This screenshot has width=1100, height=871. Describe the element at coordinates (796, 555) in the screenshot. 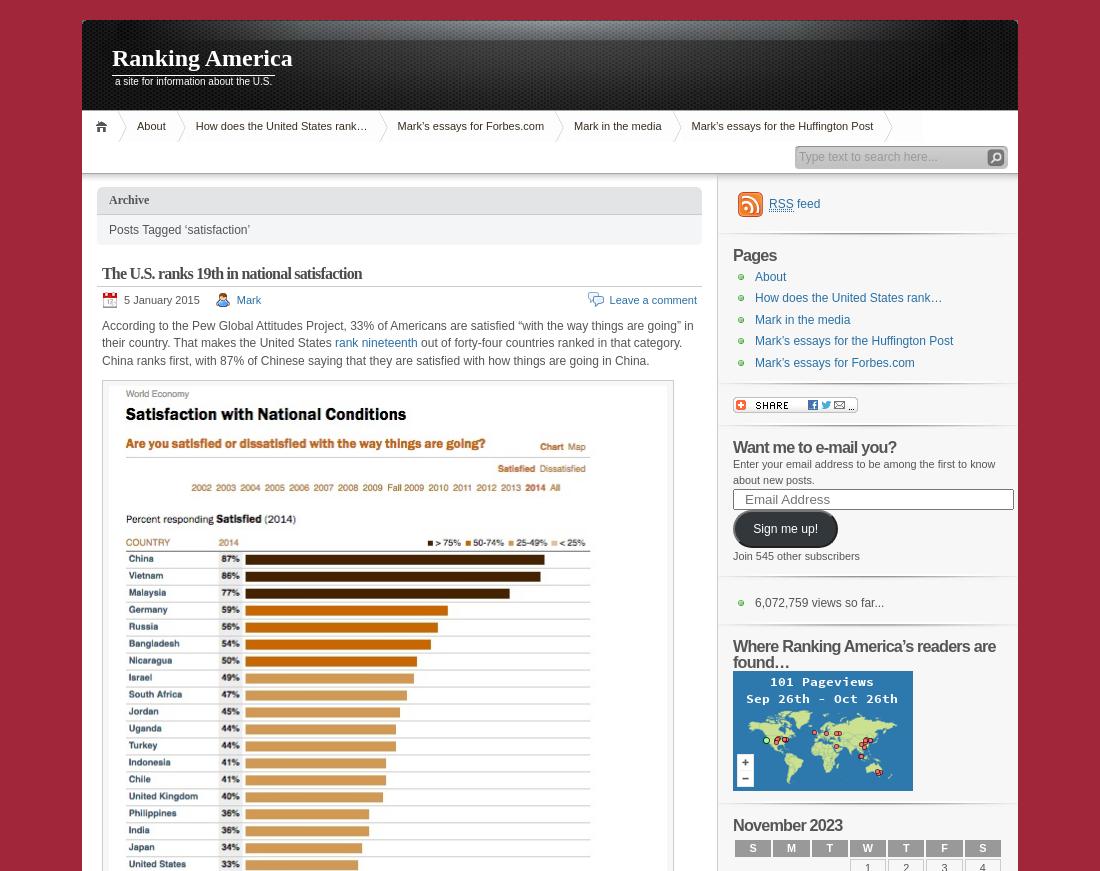

I see `'Join 545 other subscribers'` at that location.